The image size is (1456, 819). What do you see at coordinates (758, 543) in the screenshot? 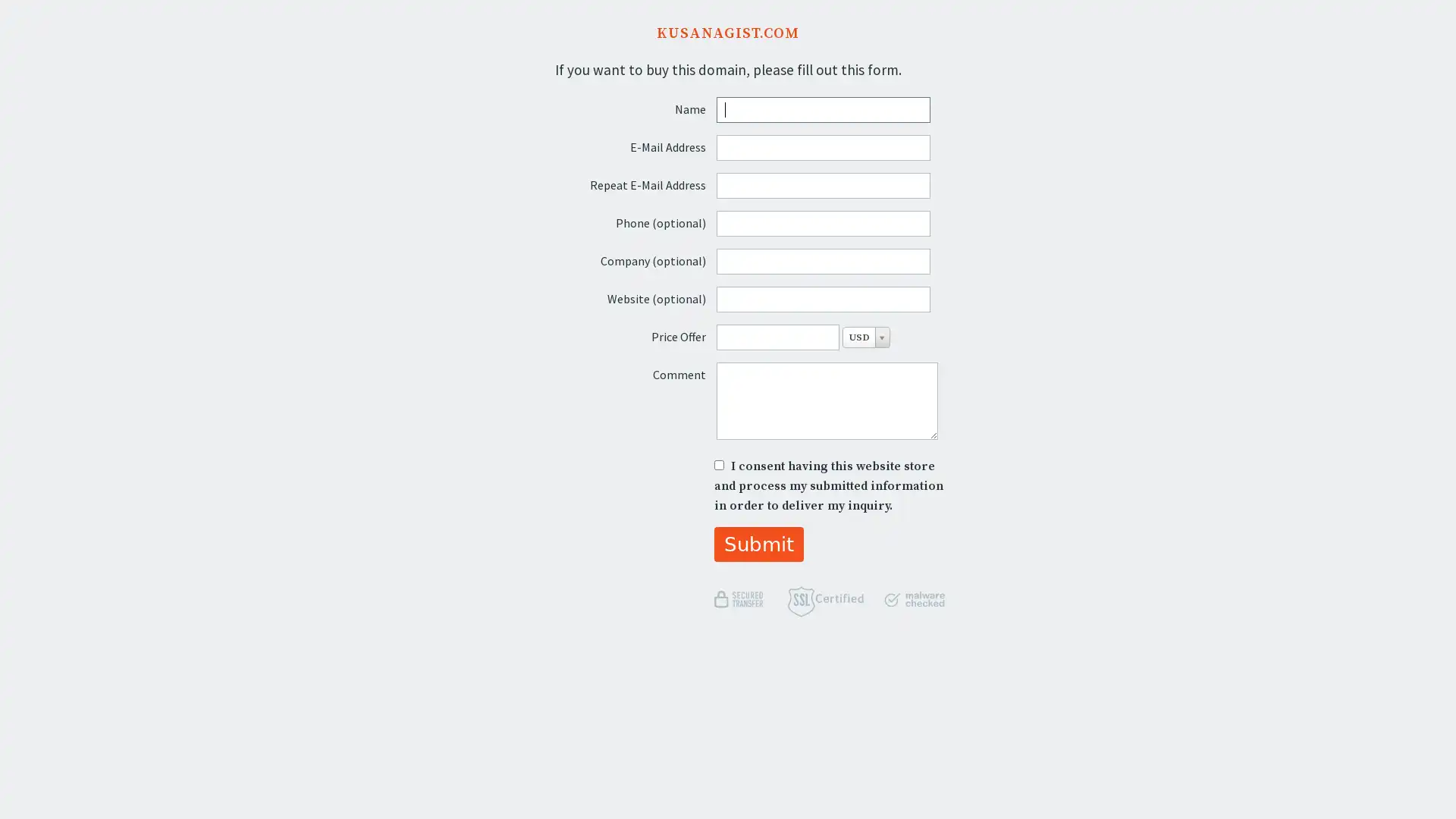
I see `Submit` at bounding box center [758, 543].